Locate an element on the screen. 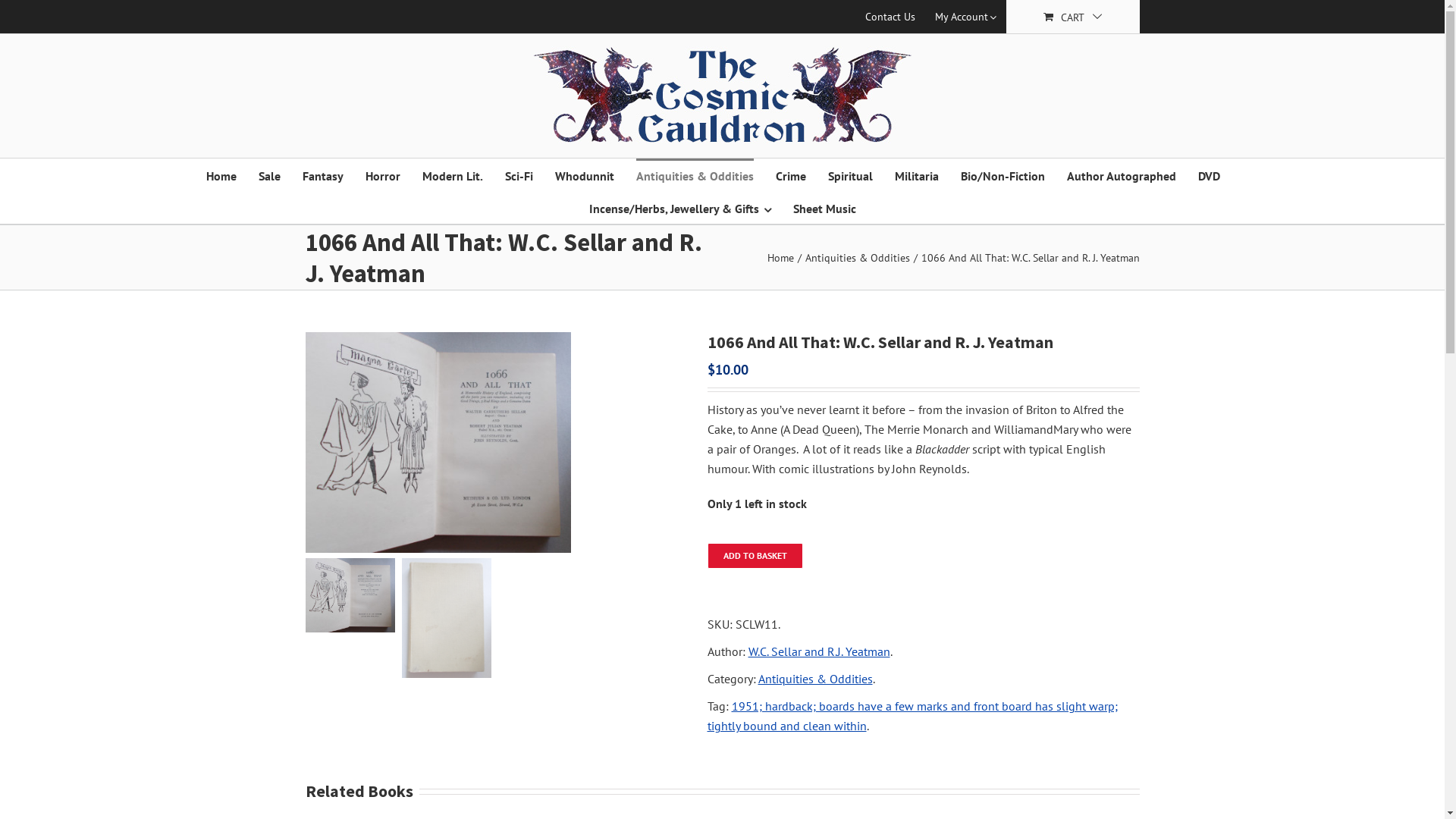  'Crime' is located at coordinates (789, 174).